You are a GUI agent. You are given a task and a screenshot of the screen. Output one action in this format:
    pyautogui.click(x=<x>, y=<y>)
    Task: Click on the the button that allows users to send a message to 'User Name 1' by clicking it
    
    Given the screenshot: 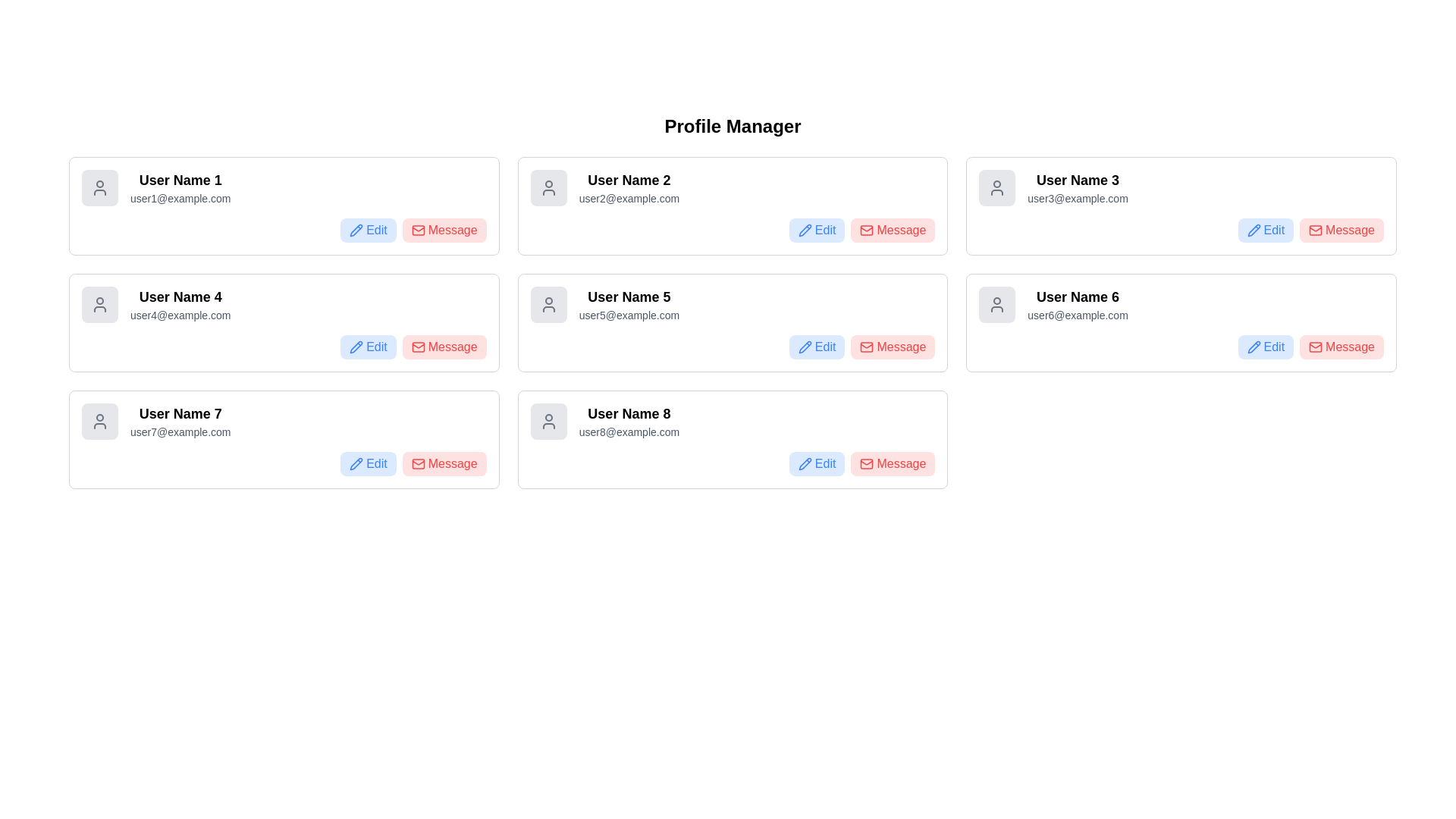 What is the action you would take?
    pyautogui.click(x=444, y=231)
    